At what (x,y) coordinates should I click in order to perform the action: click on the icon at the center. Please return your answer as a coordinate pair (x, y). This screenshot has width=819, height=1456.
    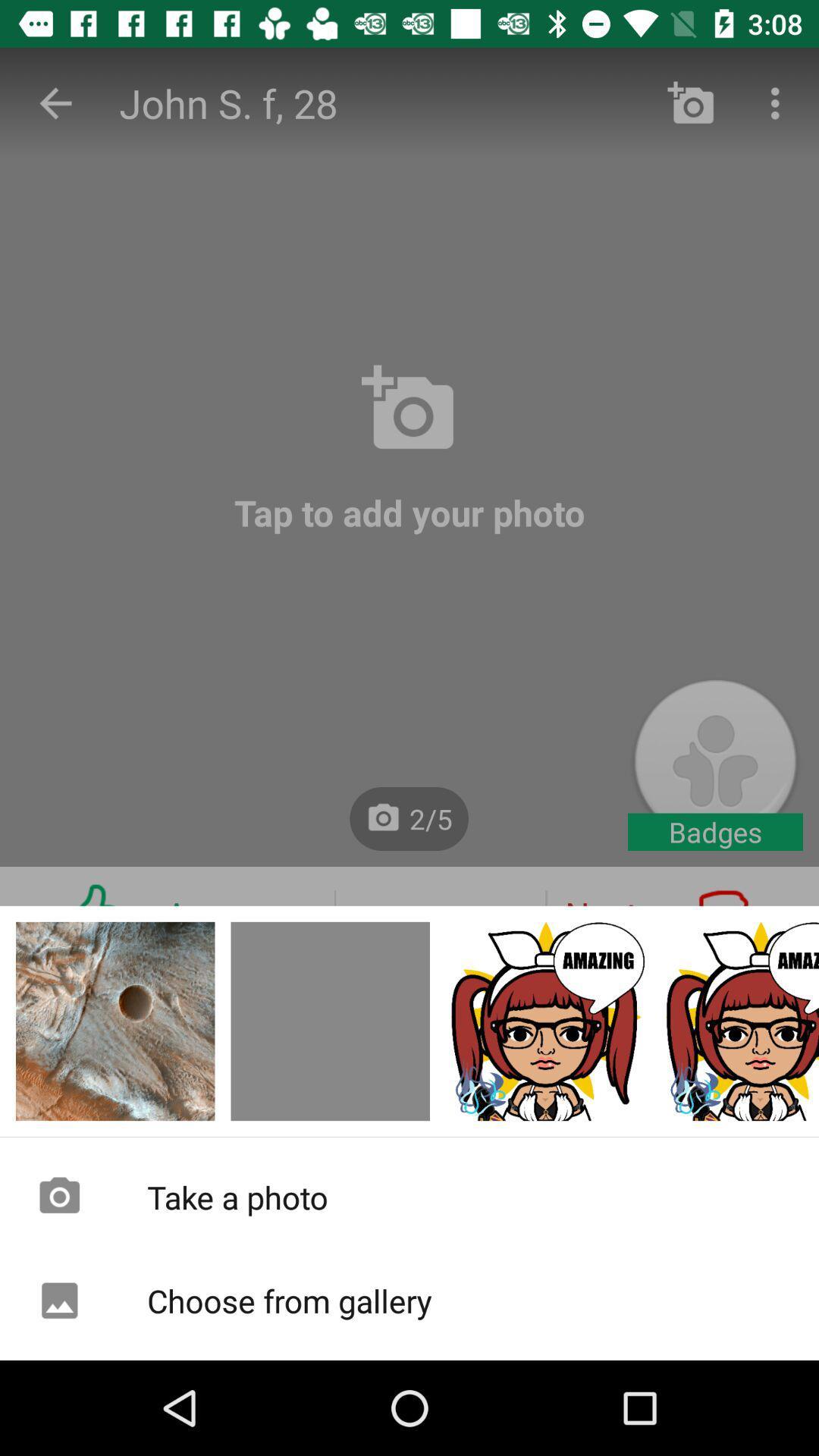
    Looking at the image, I should click on (409, 679).